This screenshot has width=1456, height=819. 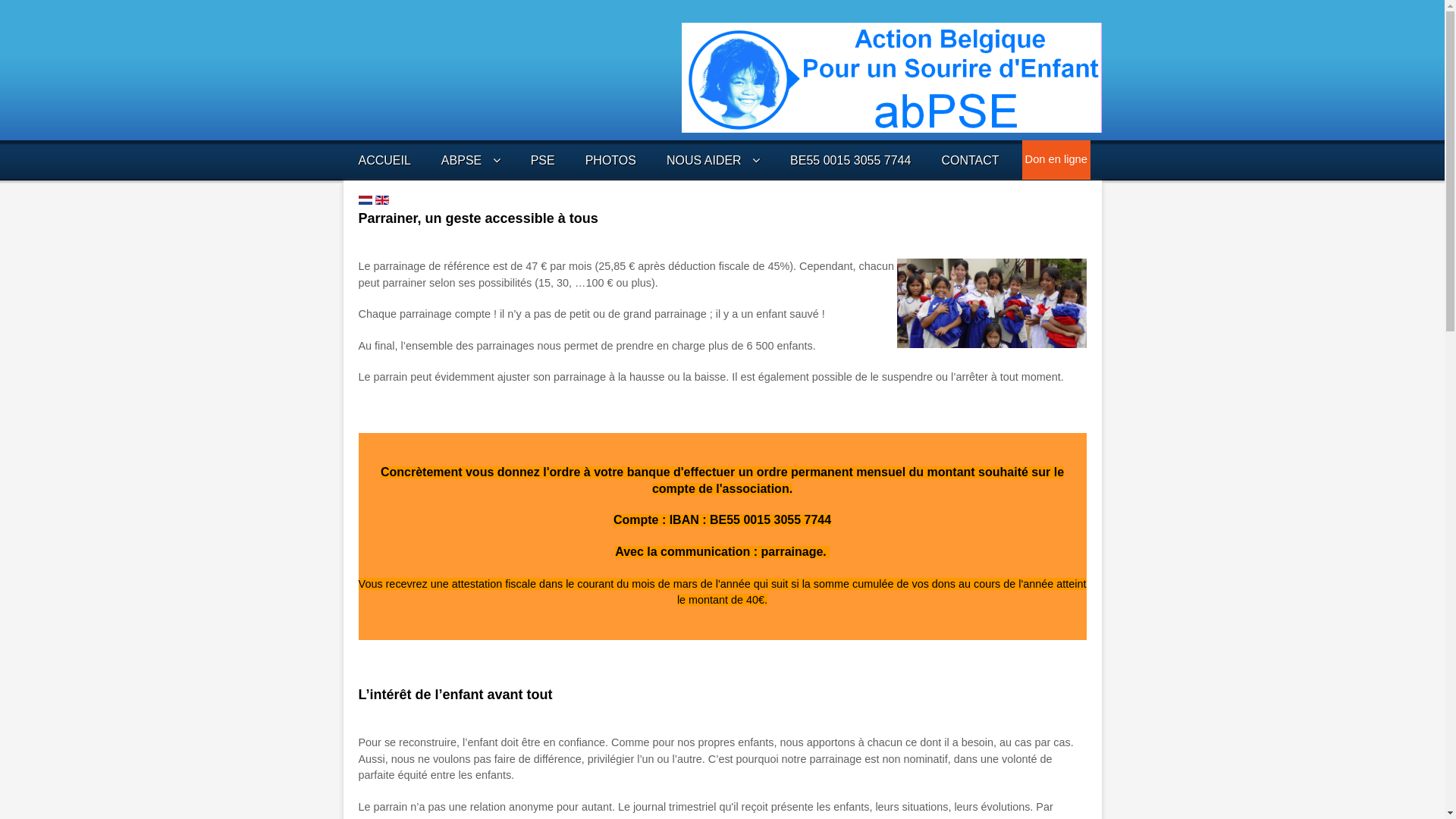 I want to click on 'PHOTOS', so click(x=610, y=160).